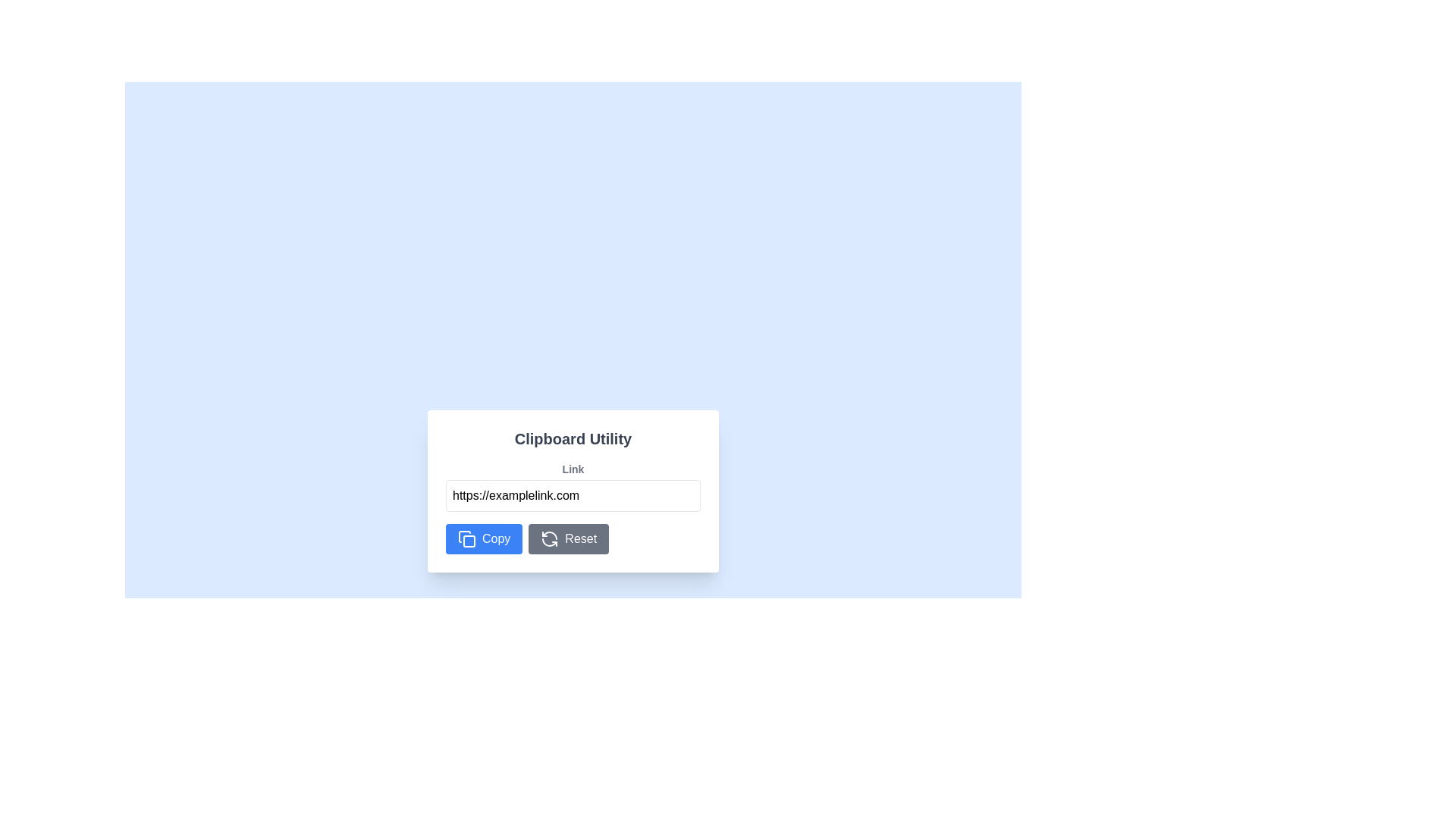 This screenshot has height=819, width=1456. Describe the element at coordinates (466, 538) in the screenshot. I see `the copy action icon, which resembles two overlapping squares with a blue background, located to the left of the text 'Copy' within the 'Copy' button at the bottom-left corner of the central card` at that location.